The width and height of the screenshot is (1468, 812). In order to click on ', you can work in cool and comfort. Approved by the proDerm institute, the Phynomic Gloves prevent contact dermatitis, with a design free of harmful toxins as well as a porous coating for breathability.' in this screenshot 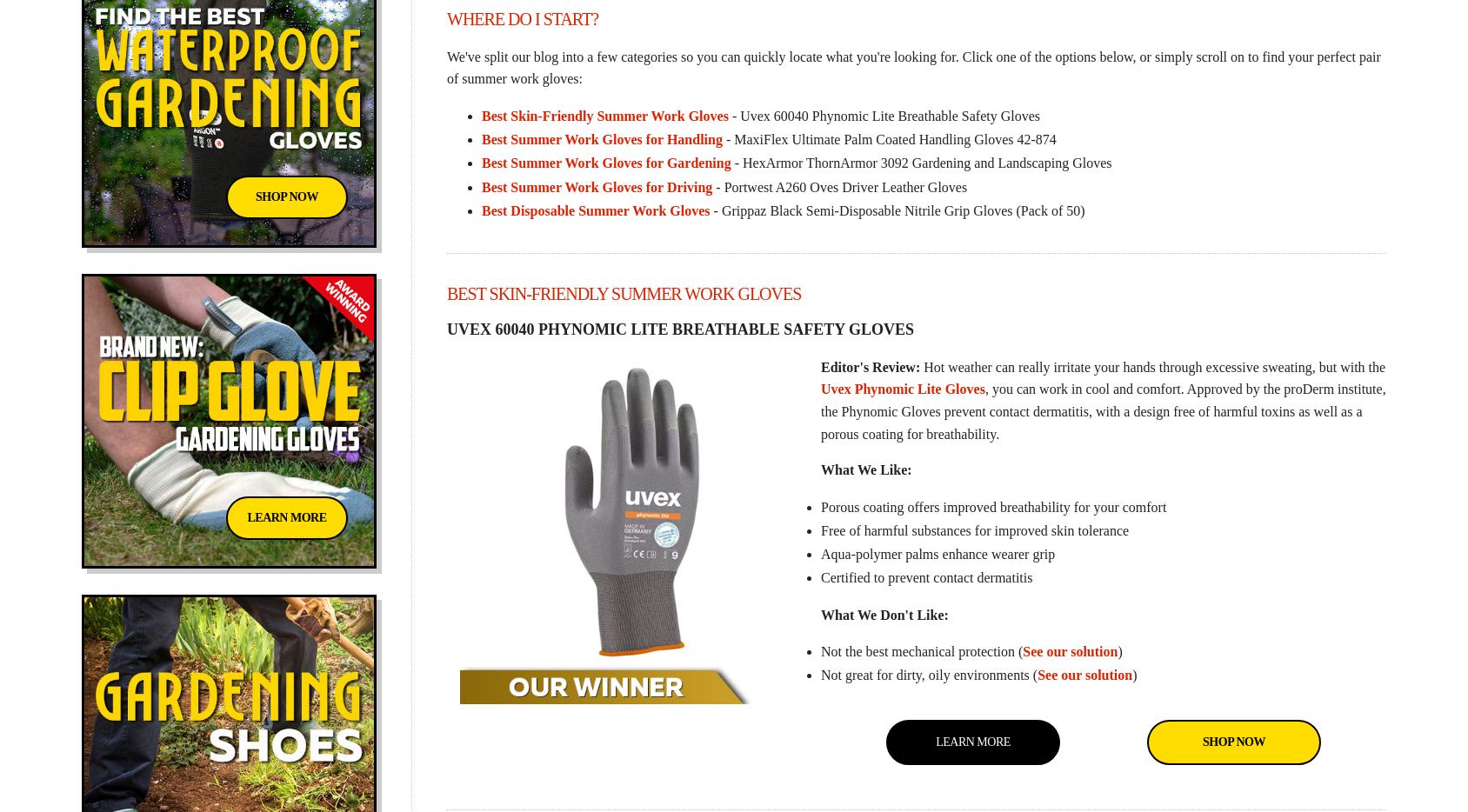, I will do `click(819, 409)`.